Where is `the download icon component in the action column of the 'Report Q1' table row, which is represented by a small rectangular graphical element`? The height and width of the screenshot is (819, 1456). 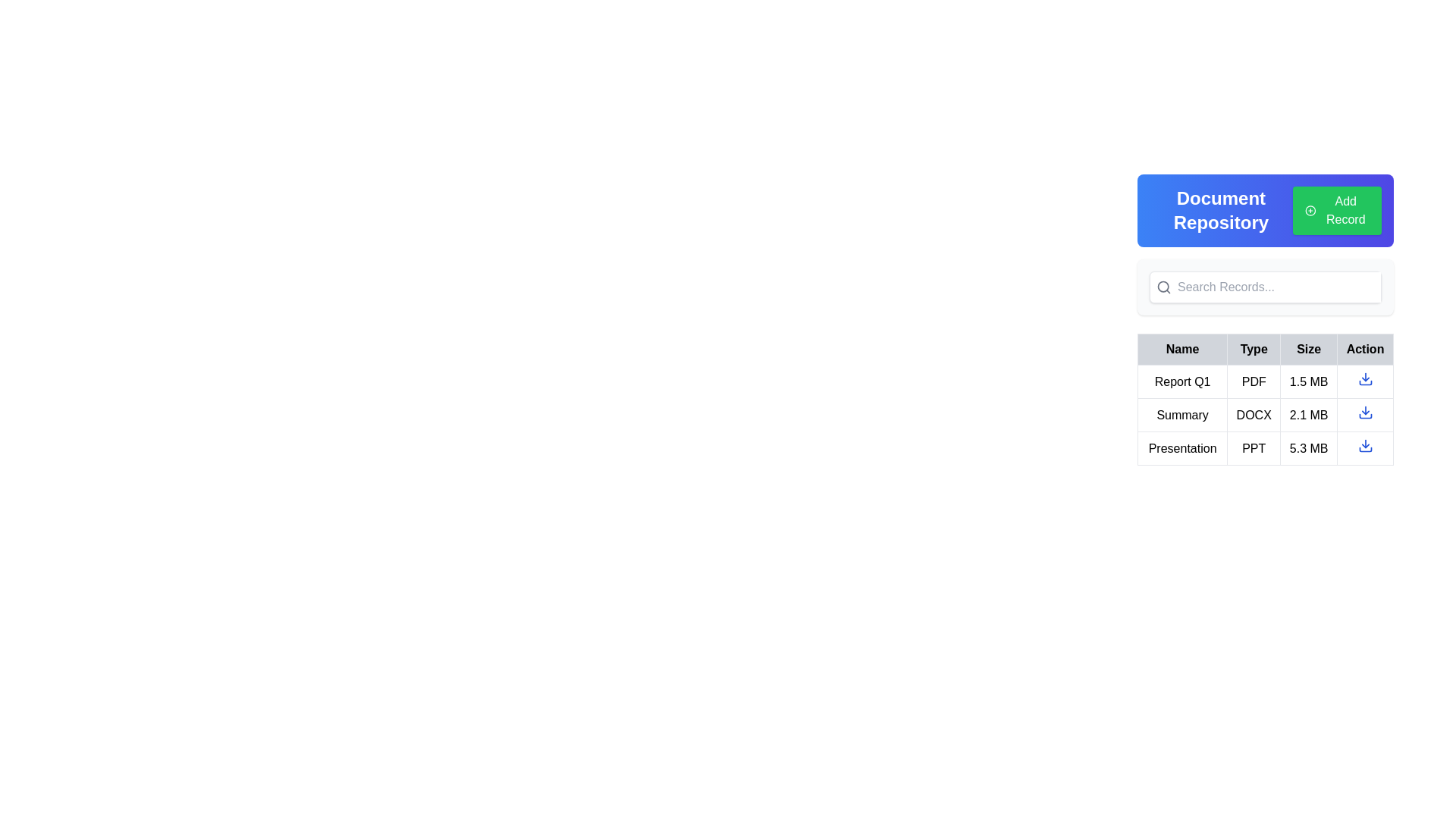 the download icon component in the action column of the 'Report Q1' table row, which is represented by a small rectangular graphical element is located at coordinates (1365, 382).